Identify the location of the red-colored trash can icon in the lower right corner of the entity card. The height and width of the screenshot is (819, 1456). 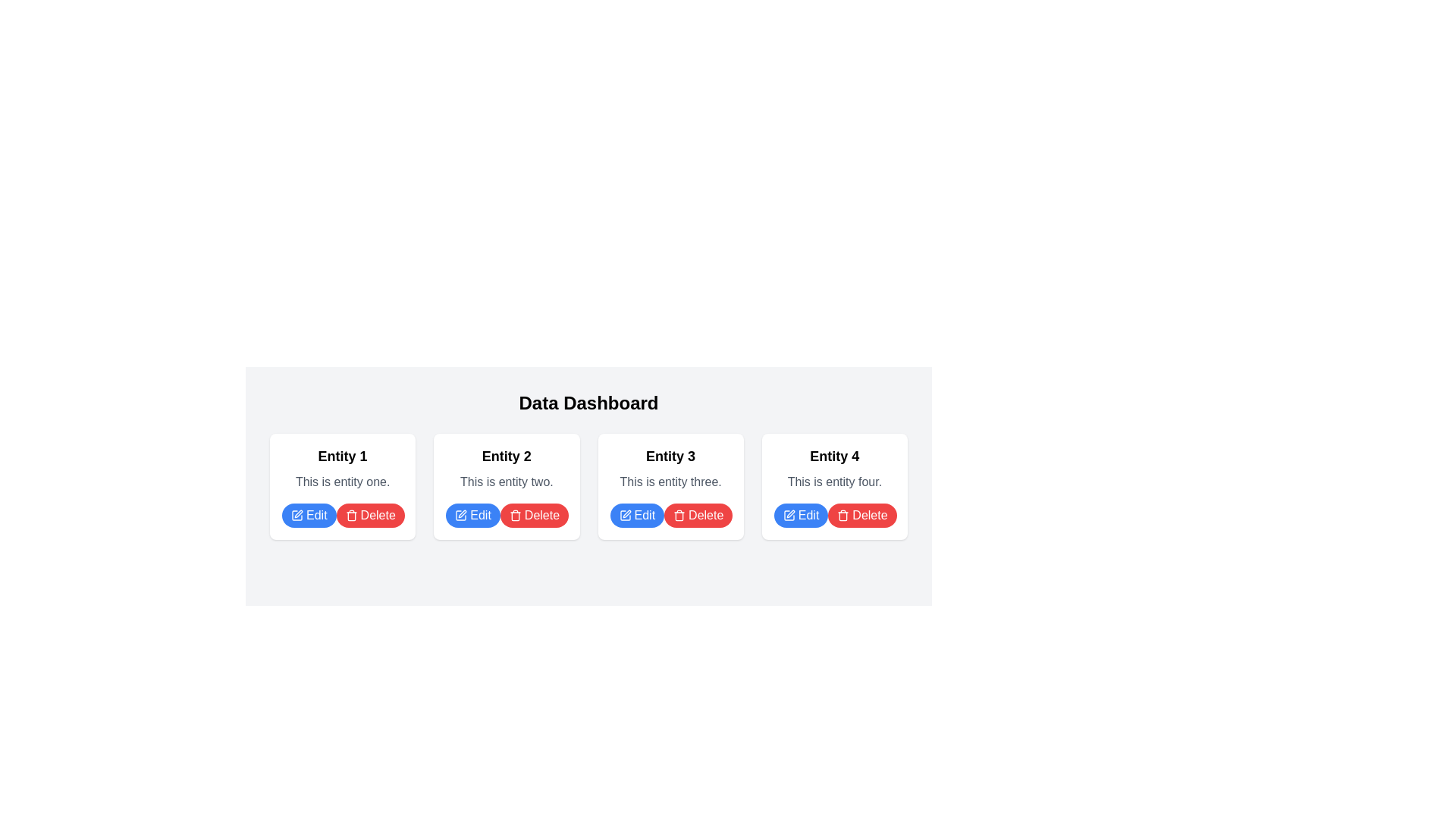
(350, 516).